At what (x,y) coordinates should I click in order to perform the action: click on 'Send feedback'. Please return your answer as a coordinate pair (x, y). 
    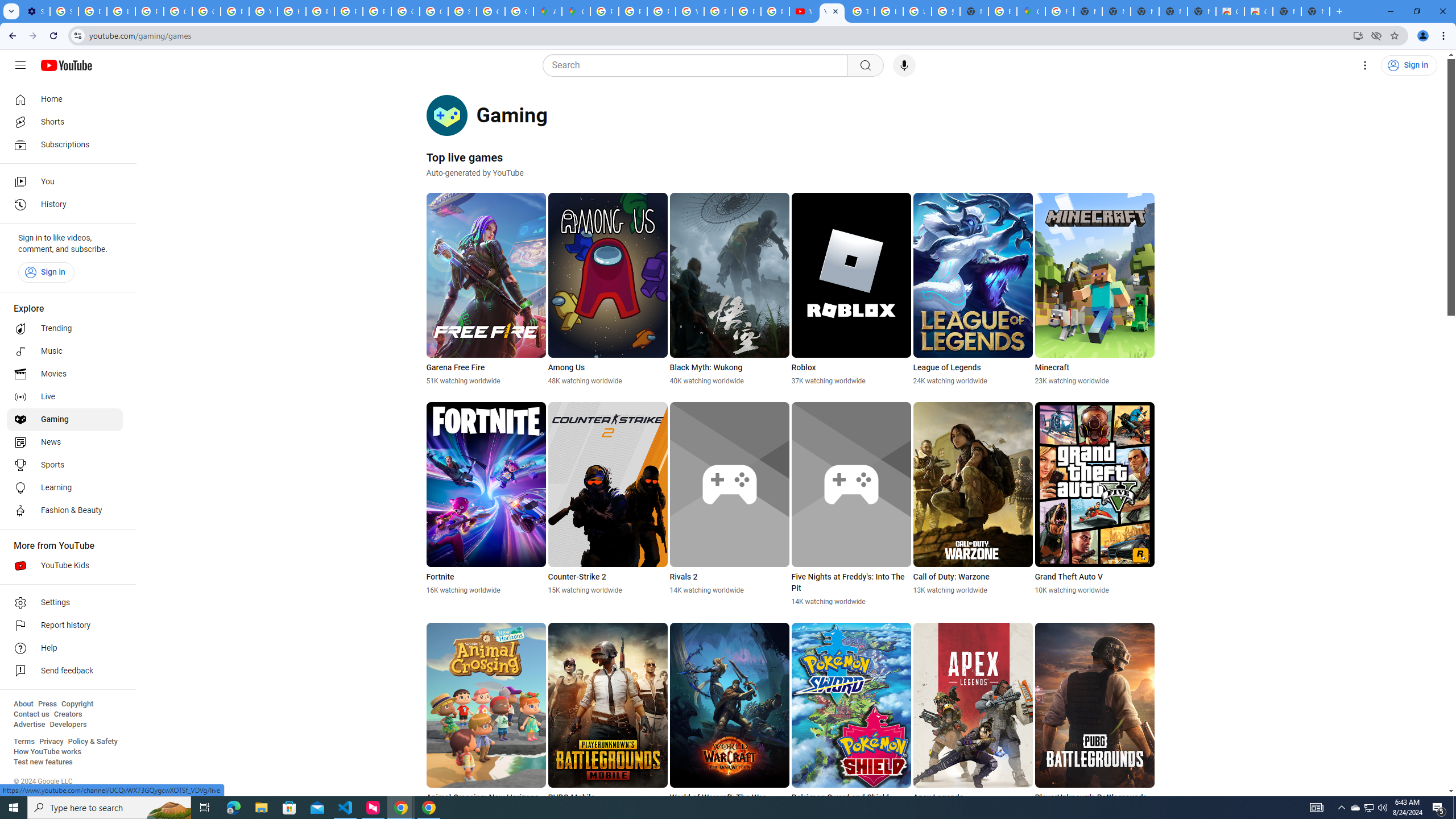
    Looking at the image, I should click on (64, 671).